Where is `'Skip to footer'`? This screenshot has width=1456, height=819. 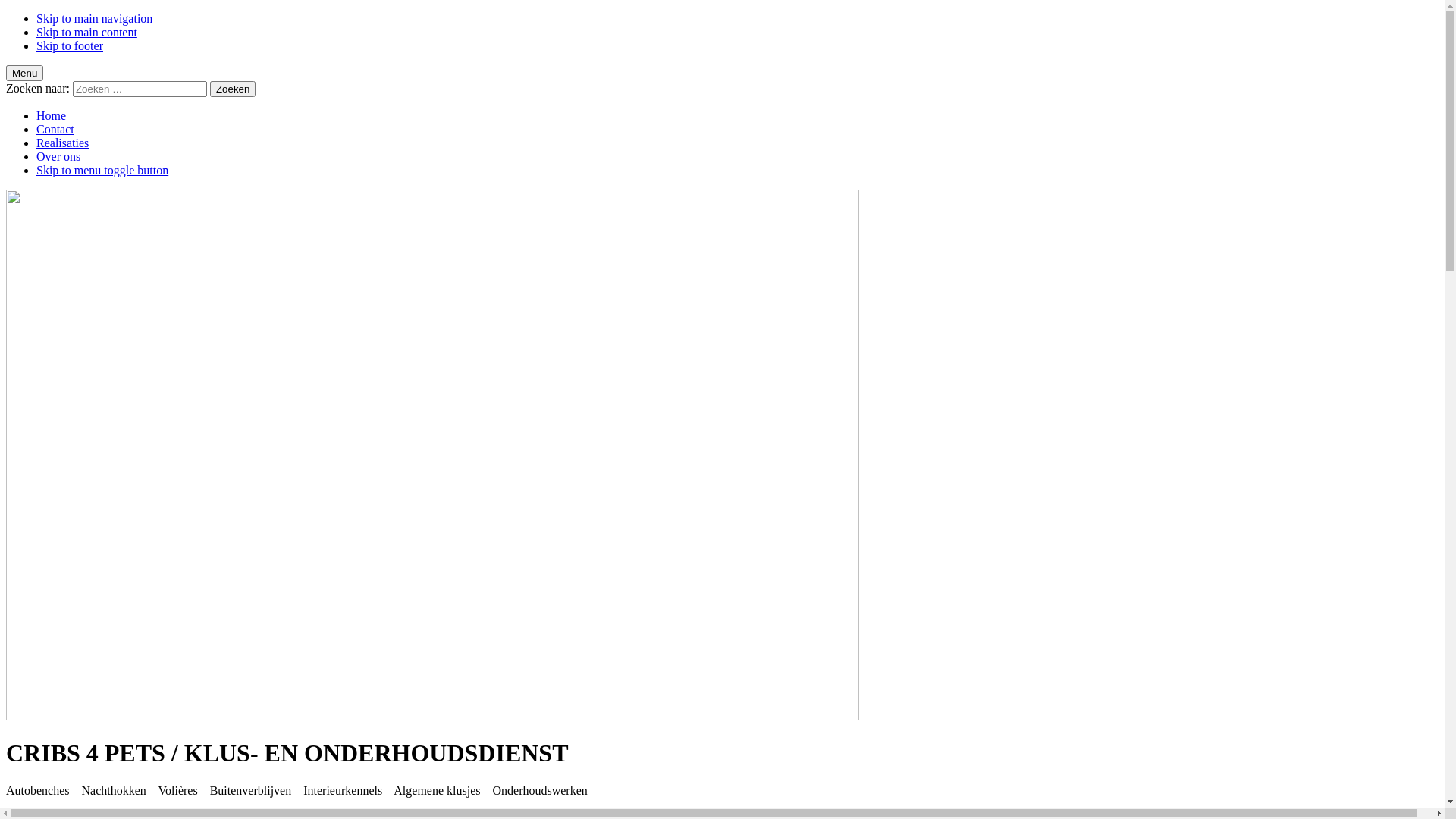
'Skip to footer' is located at coordinates (68, 45).